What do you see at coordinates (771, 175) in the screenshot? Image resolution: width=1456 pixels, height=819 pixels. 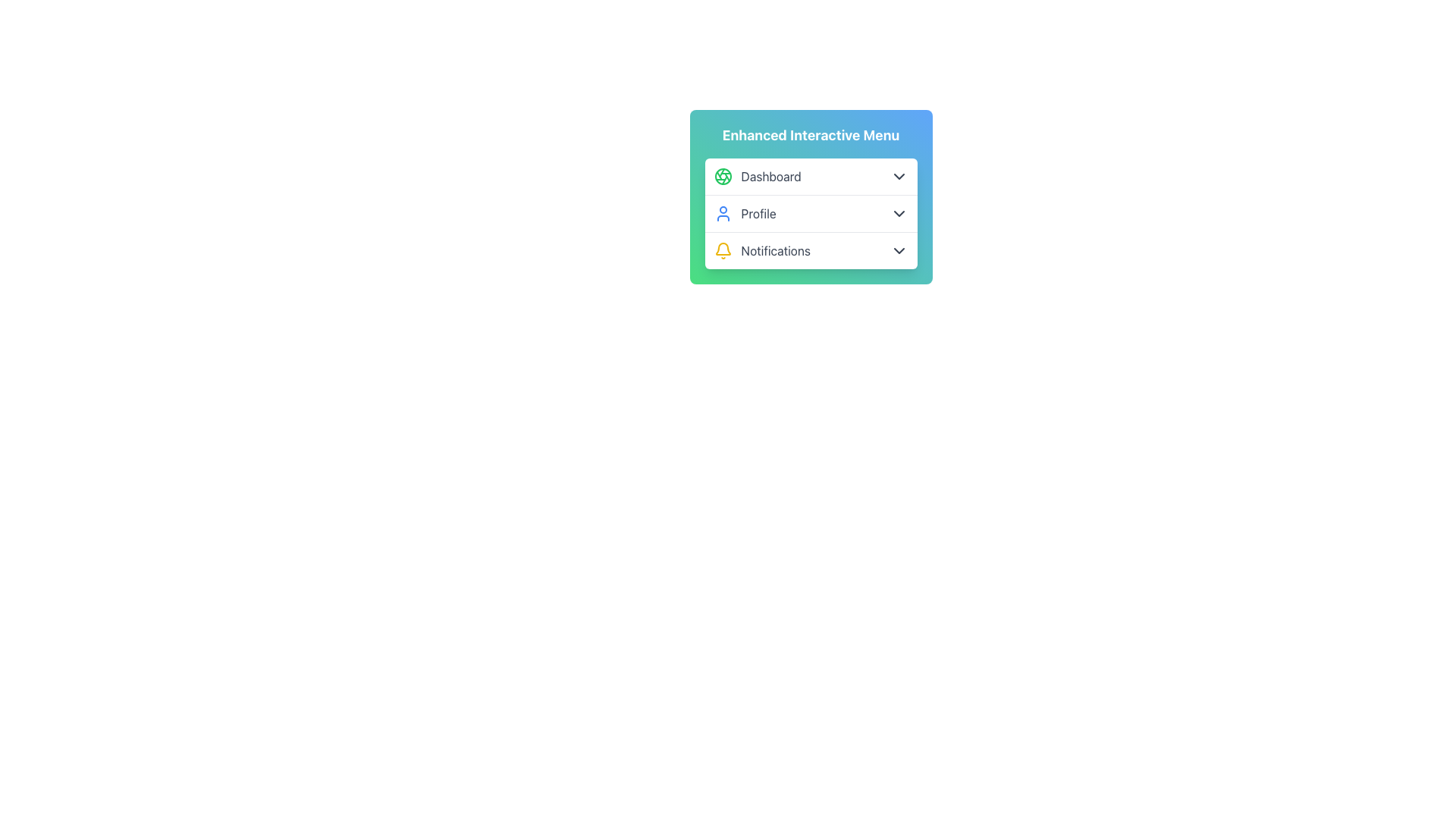 I see `the 'Dashboard' text label, which is styled with a sans-serif font and is positioned next to a green aperture icon in a vertical menu panel` at bounding box center [771, 175].